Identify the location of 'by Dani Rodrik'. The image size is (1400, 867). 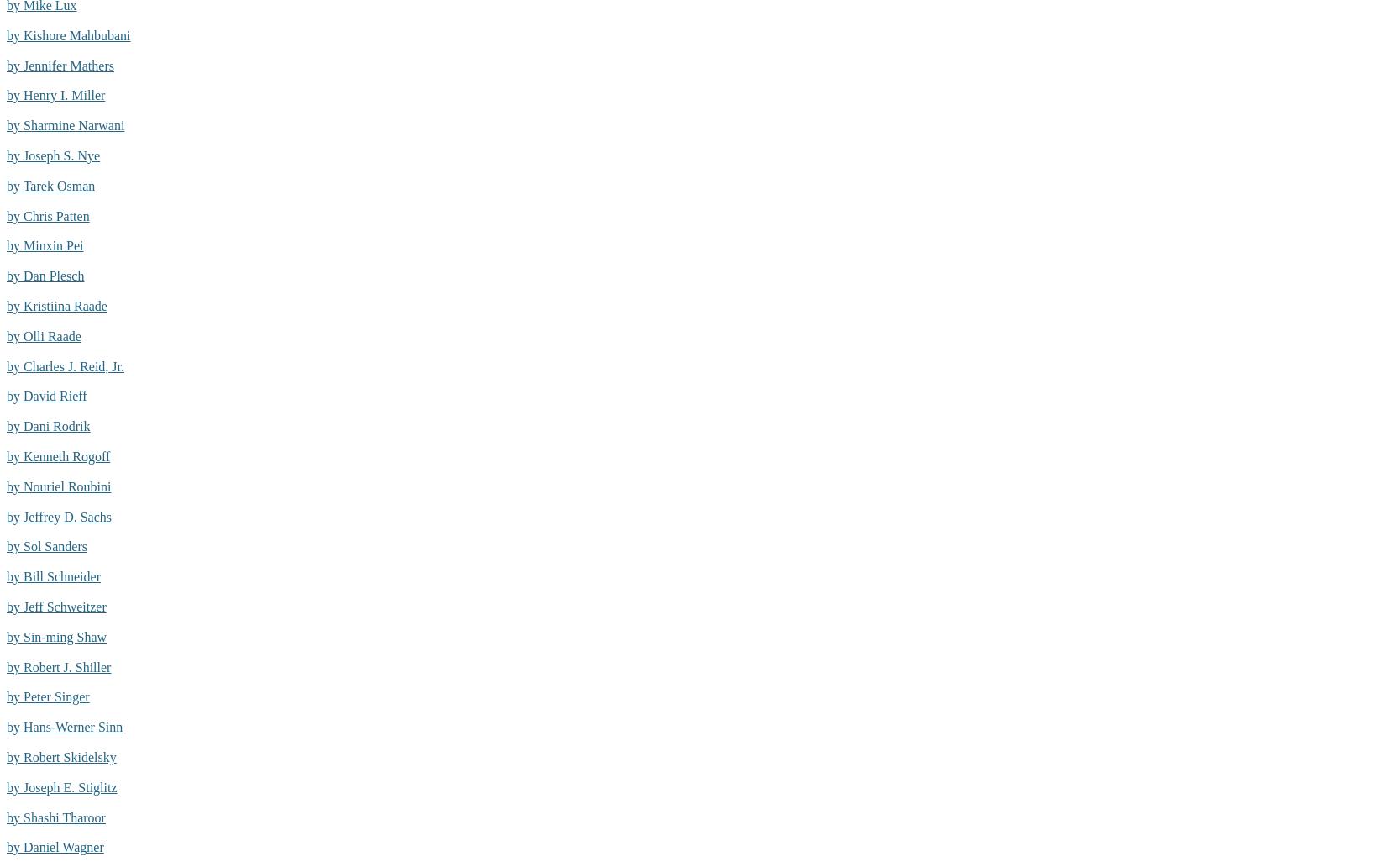
(48, 425).